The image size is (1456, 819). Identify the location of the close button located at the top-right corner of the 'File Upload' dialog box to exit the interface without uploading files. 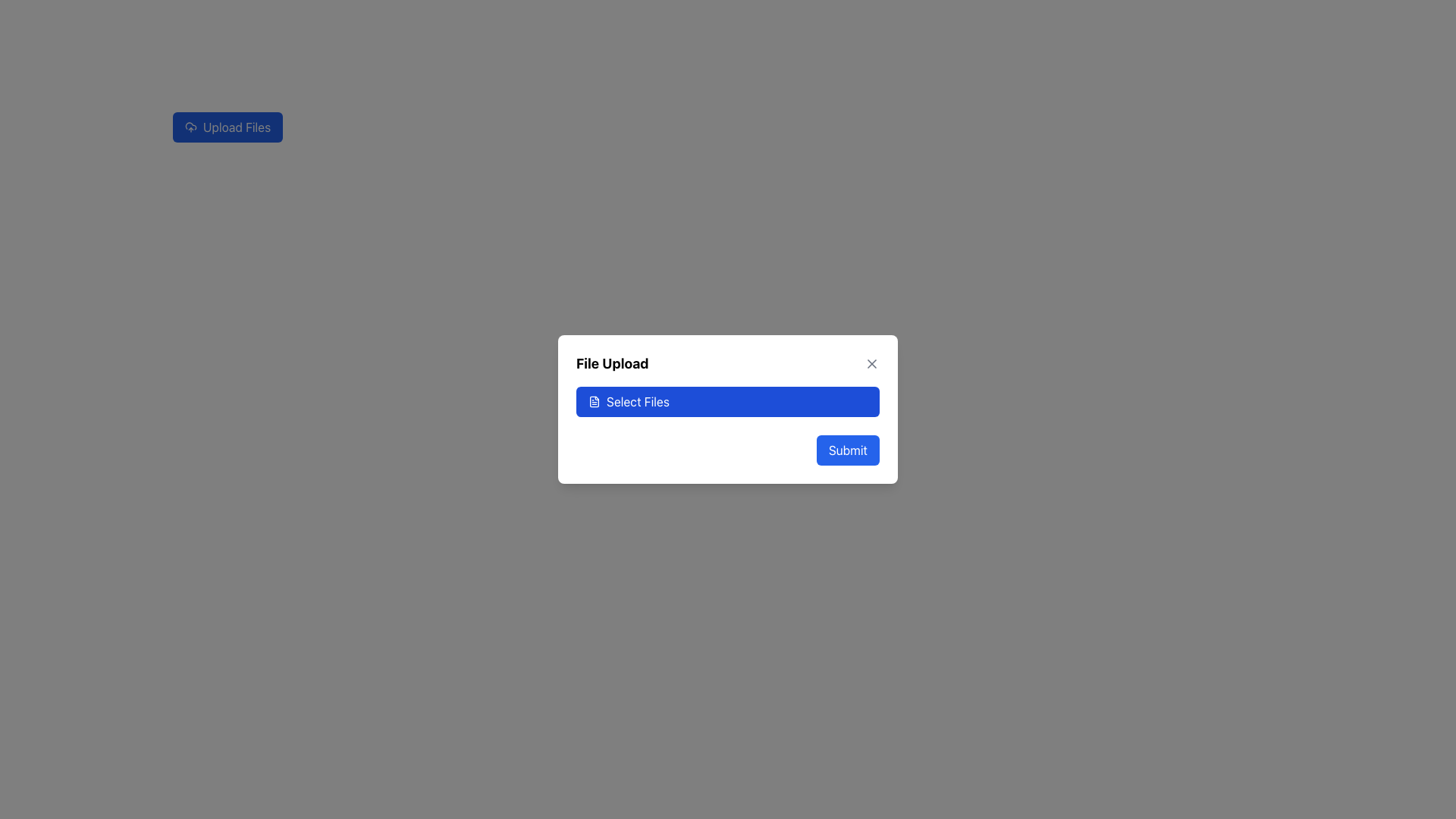
(872, 363).